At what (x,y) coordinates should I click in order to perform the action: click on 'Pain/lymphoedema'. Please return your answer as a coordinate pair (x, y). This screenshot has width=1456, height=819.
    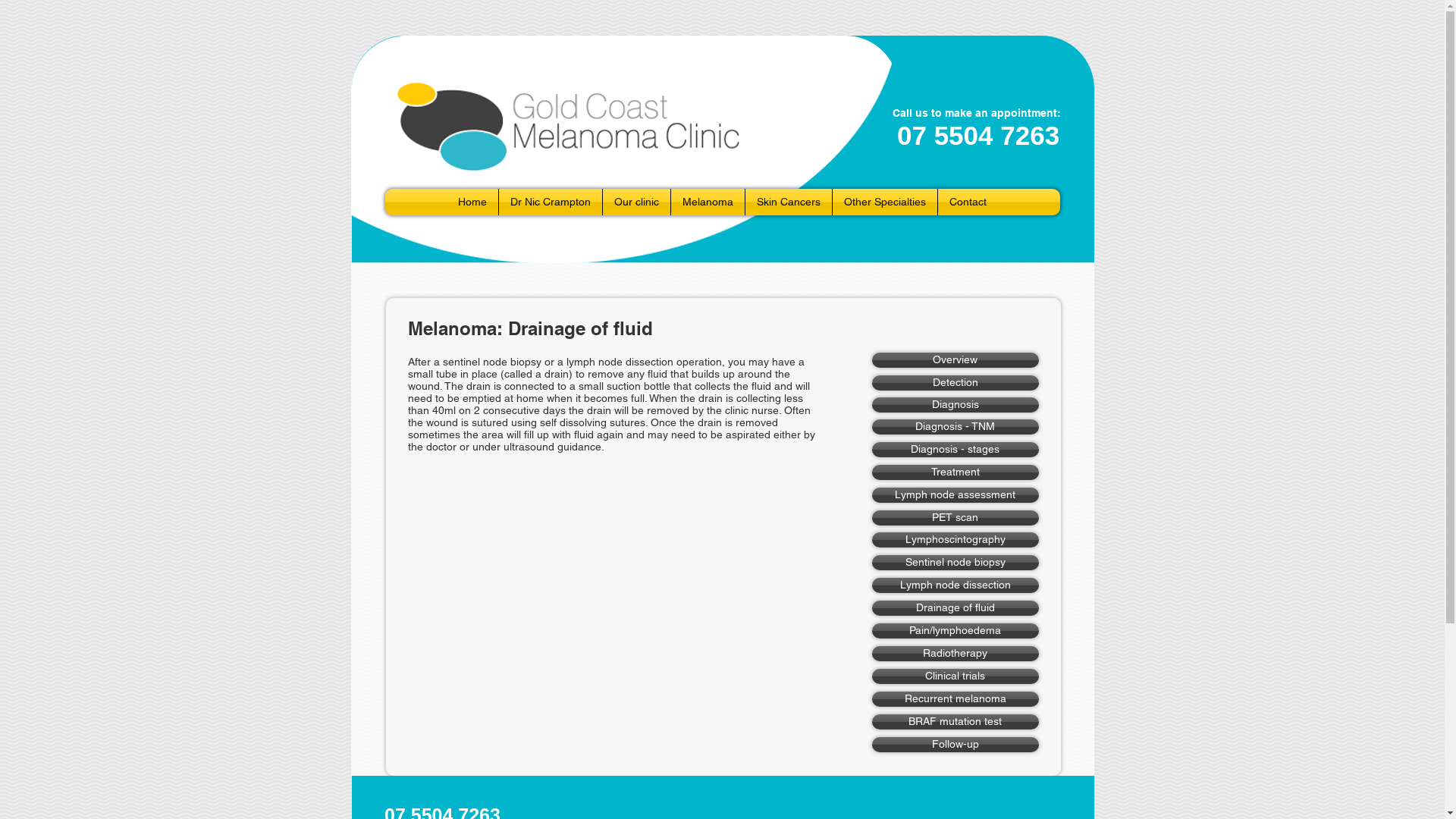
    Looking at the image, I should click on (872, 631).